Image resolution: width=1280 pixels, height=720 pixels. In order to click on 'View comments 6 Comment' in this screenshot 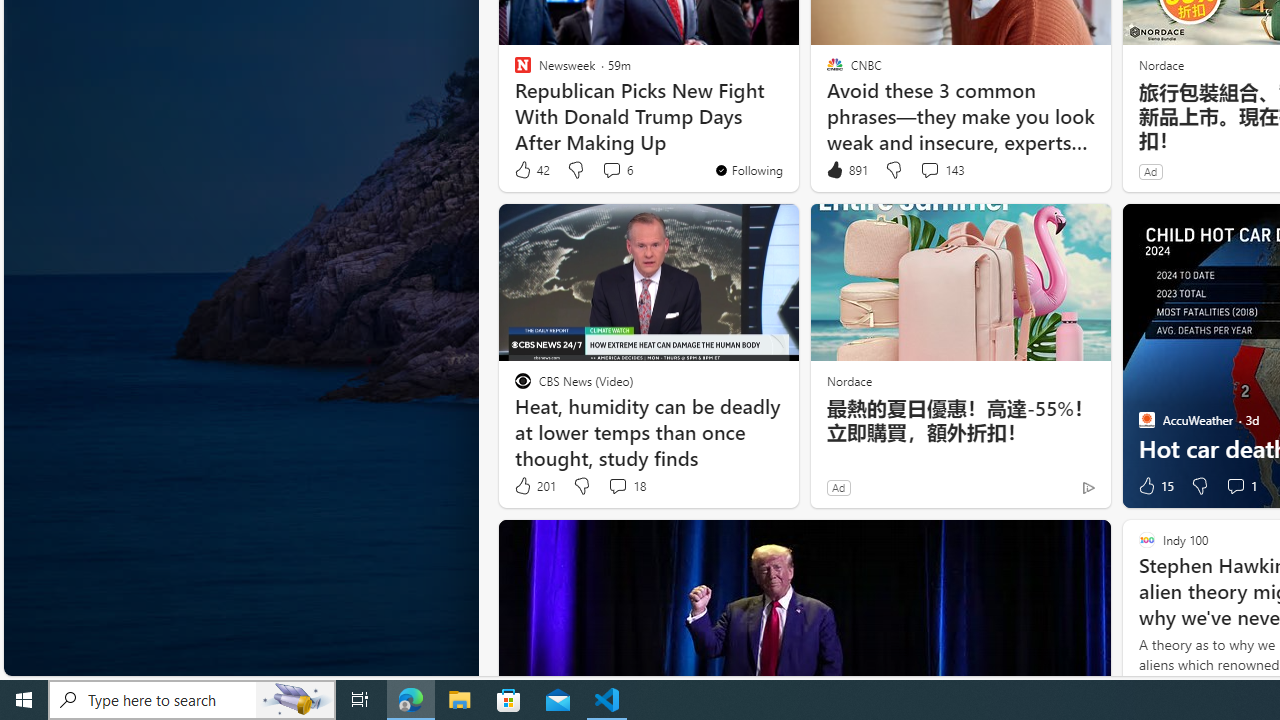, I will do `click(615, 169)`.